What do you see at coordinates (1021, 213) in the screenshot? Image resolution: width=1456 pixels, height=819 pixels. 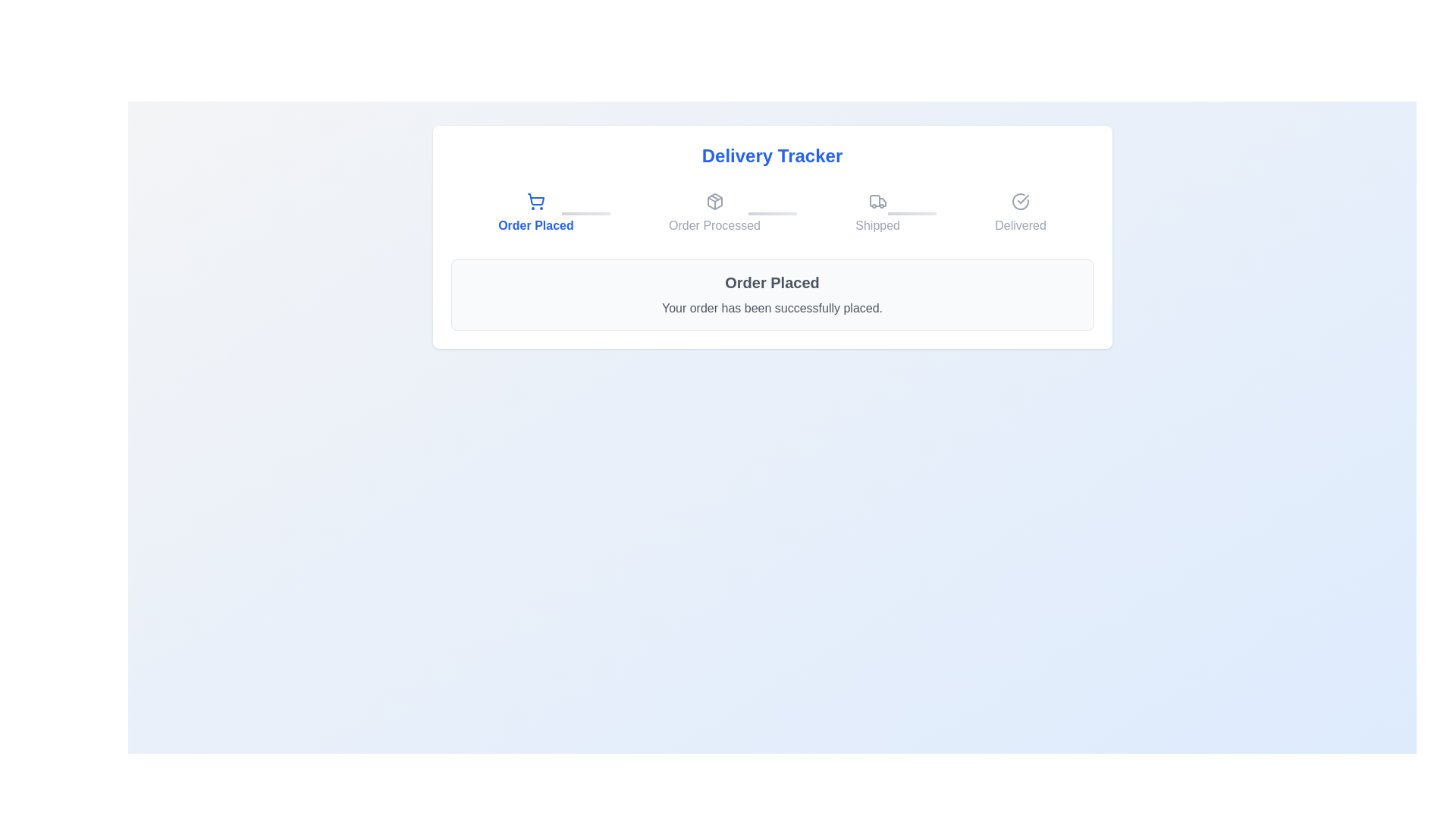 I see `the step label Delivered` at bounding box center [1021, 213].